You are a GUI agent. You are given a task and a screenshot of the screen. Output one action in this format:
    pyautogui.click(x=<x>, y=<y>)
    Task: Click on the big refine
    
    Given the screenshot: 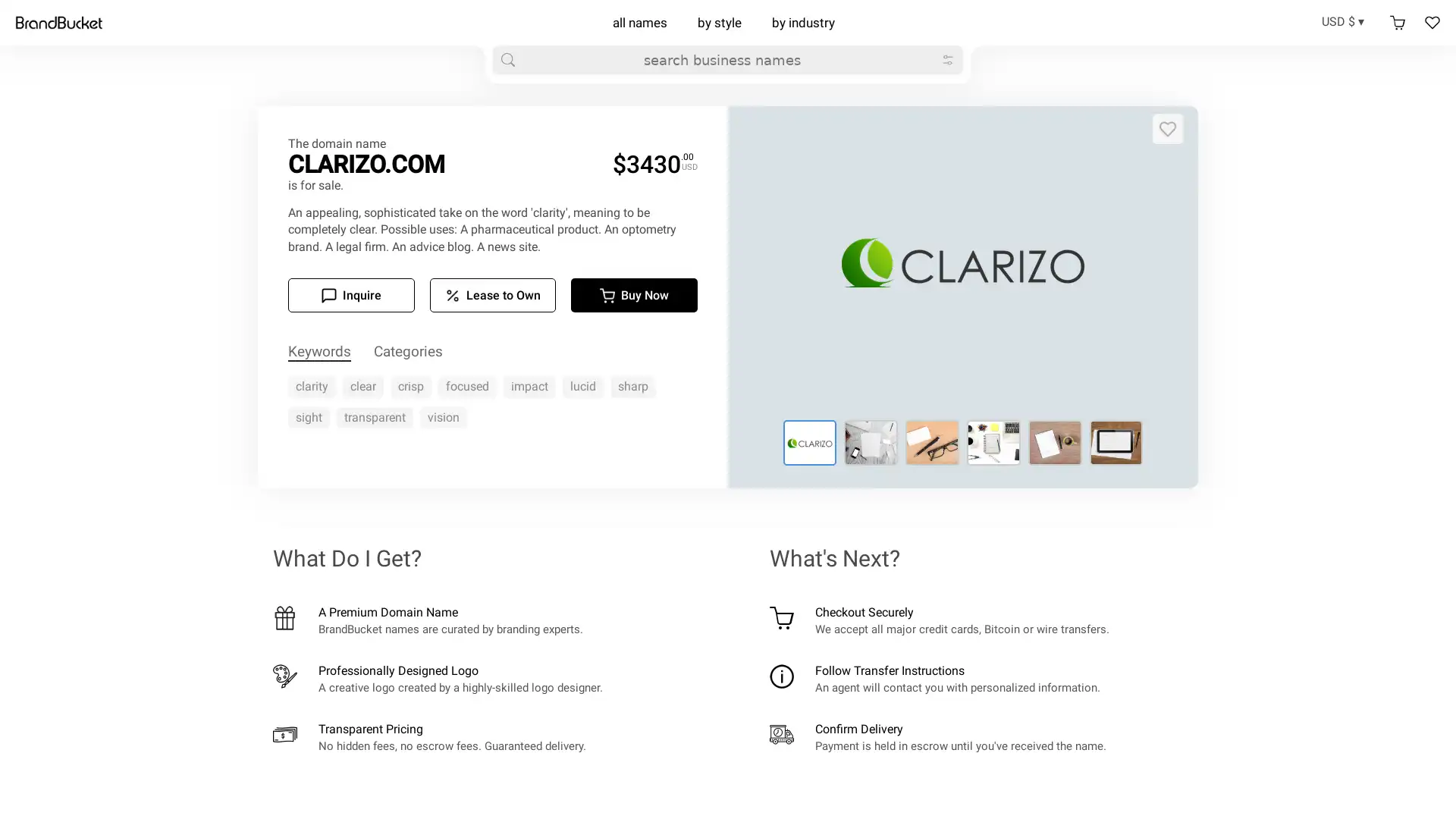 What is the action you would take?
    pyautogui.click(x=946, y=58)
    